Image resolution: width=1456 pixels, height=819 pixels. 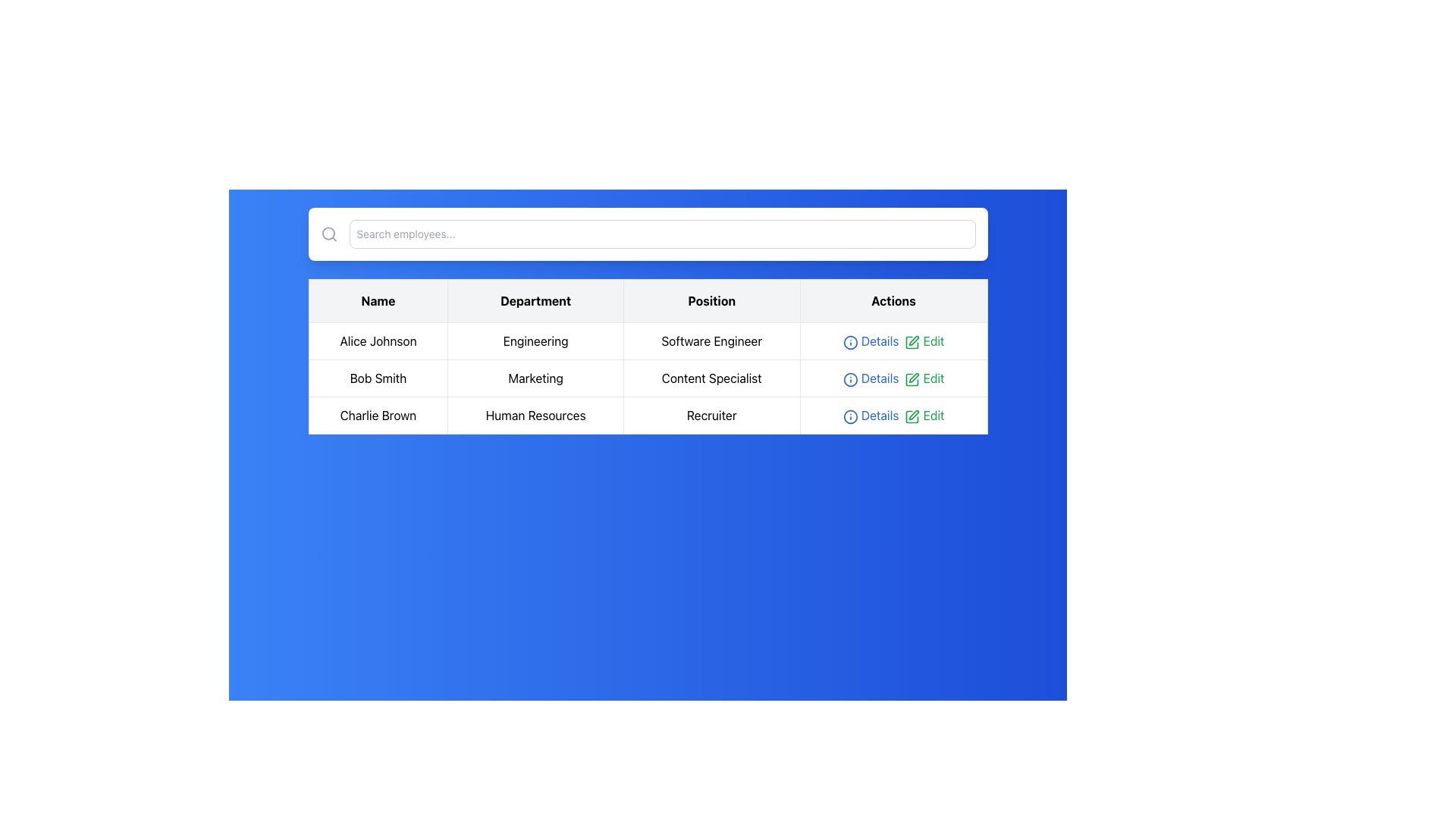 I want to click on the second table row displaying details about 'Bob Smith', which is located between the rows for 'Alice Johnson' and 'Charlie Brown', so click(x=648, y=377).